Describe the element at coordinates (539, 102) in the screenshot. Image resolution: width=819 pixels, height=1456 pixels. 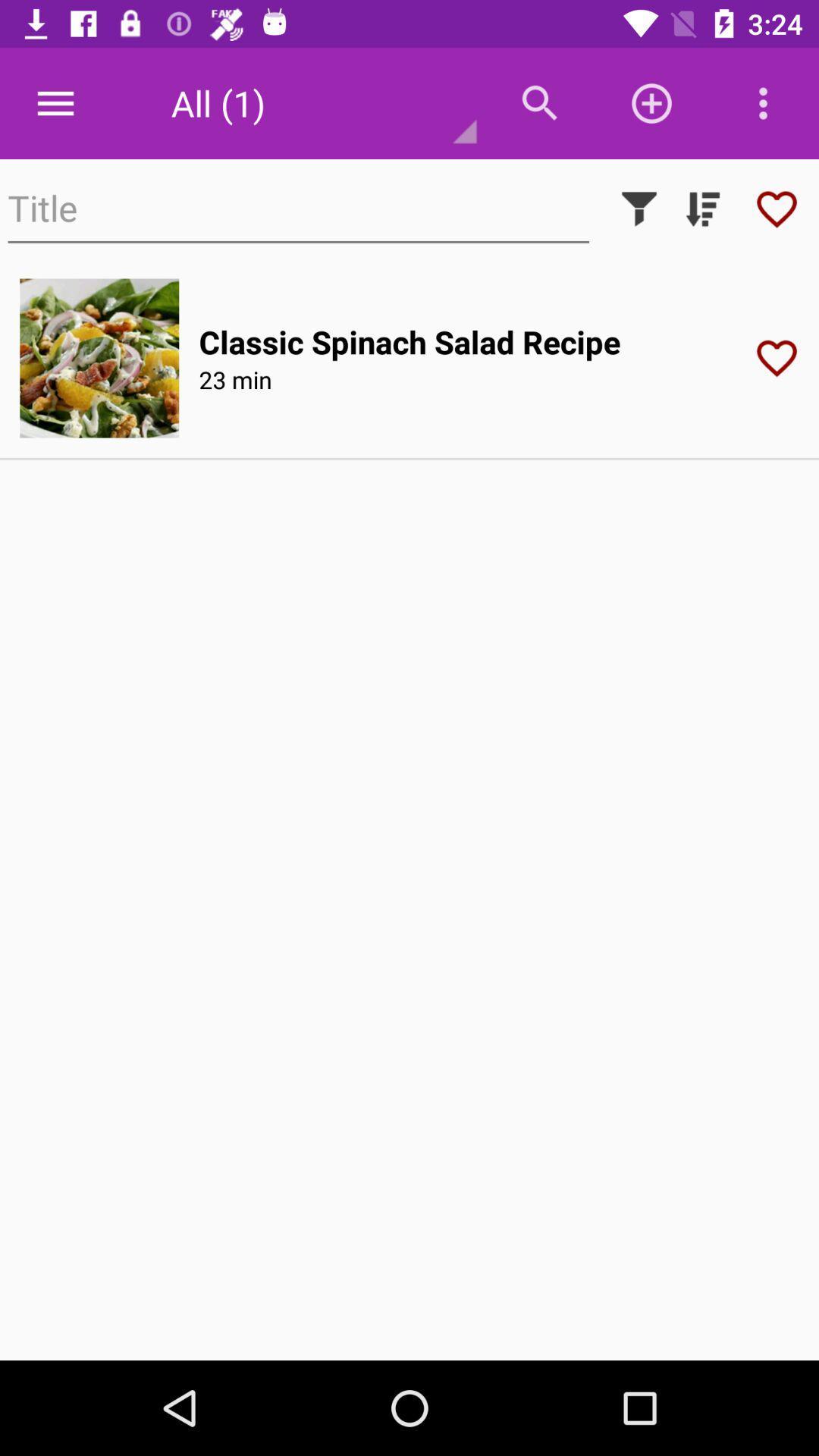
I see `icon to the right of all (1)` at that location.